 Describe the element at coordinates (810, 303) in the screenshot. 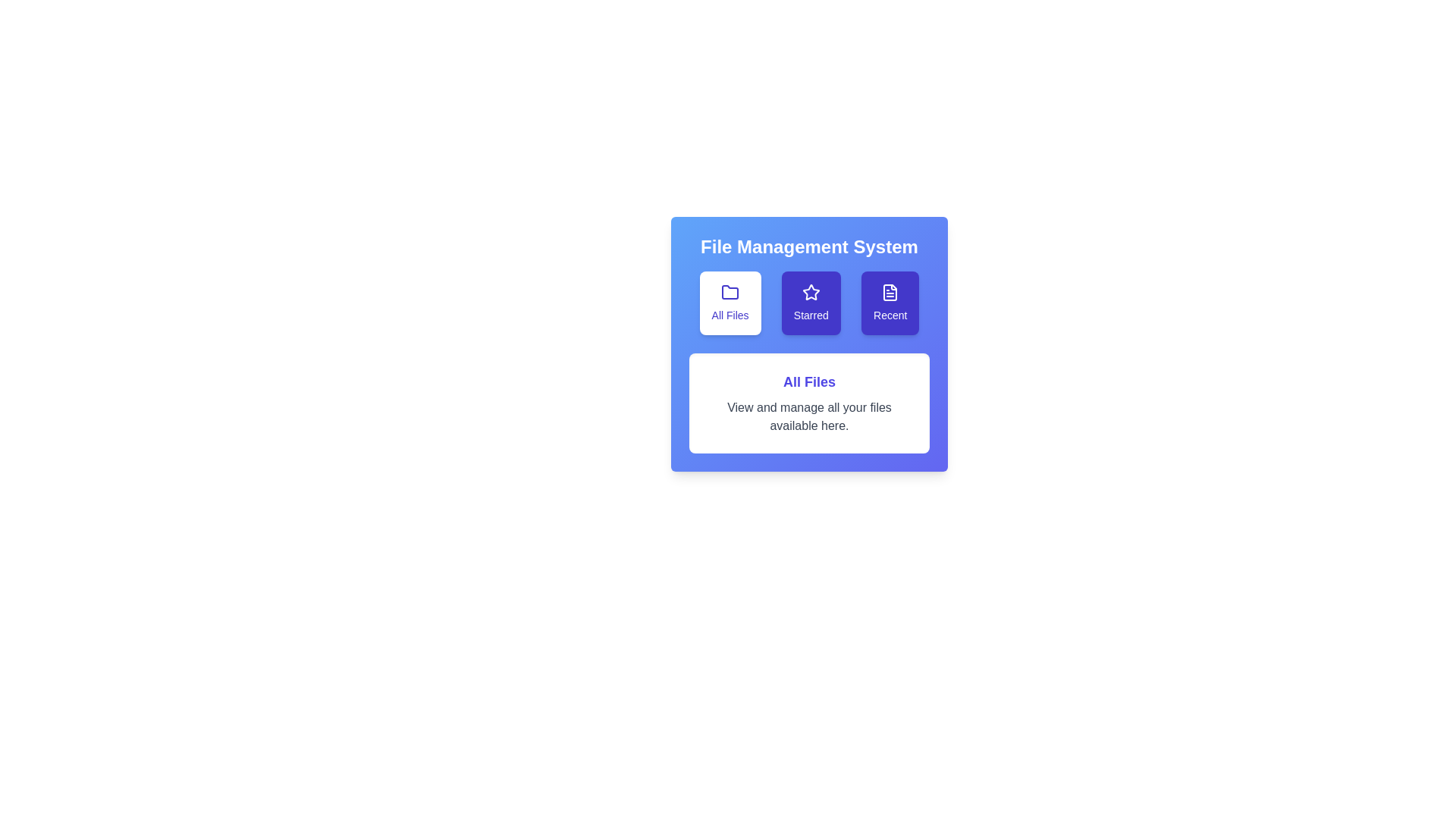

I see `the Starred tab to observe its hover effect` at that location.